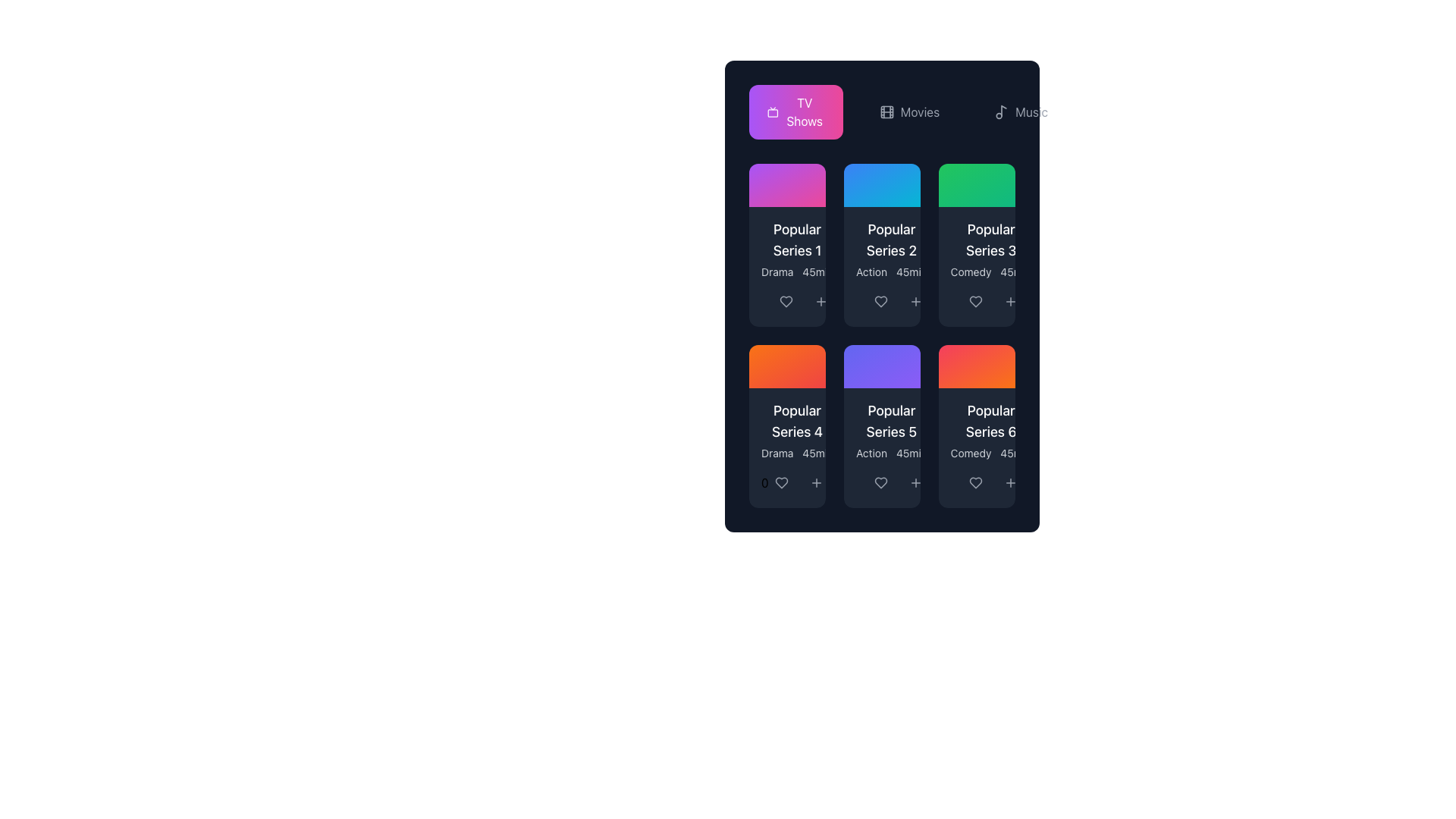 Image resolution: width=1456 pixels, height=819 pixels. I want to click on the stylized decorative region that serves as a visual banner for the 'Popular Series 6' card, located in the third row and last column of the grid, so click(977, 366).